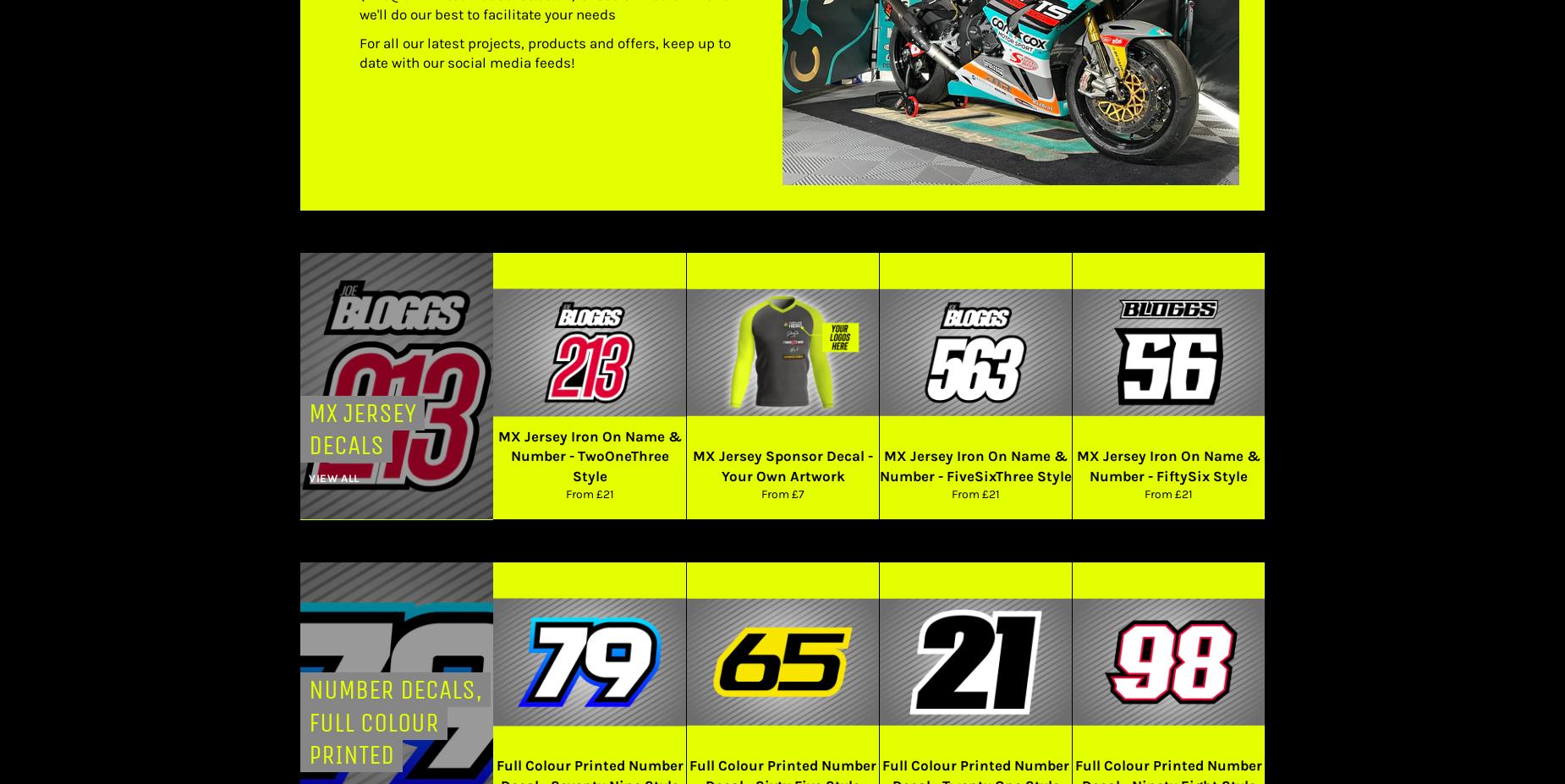 The width and height of the screenshot is (1565, 784). What do you see at coordinates (782, 494) in the screenshot?
I see `'From £7'` at bounding box center [782, 494].